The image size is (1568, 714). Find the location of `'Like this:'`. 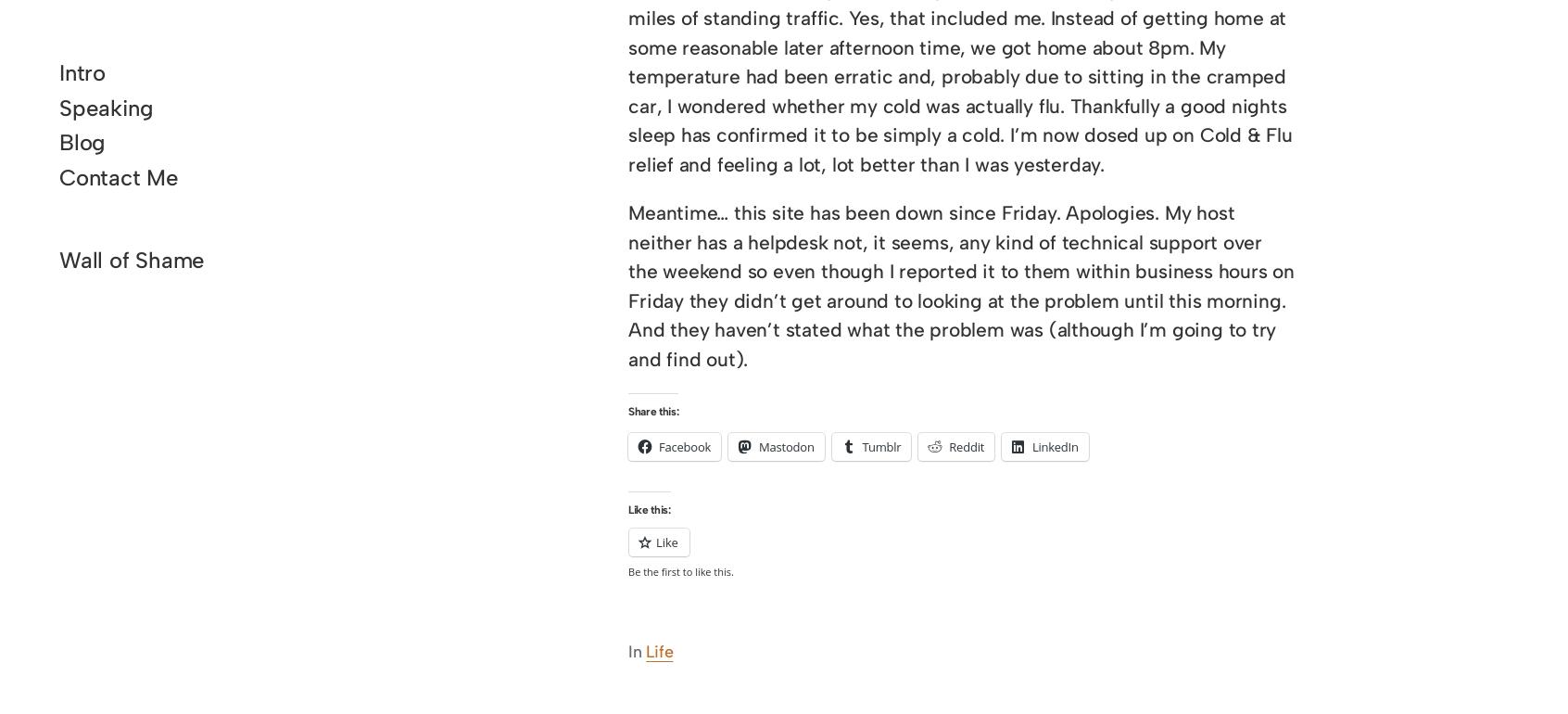

'Like this:' is located at coordinates (649, 508).